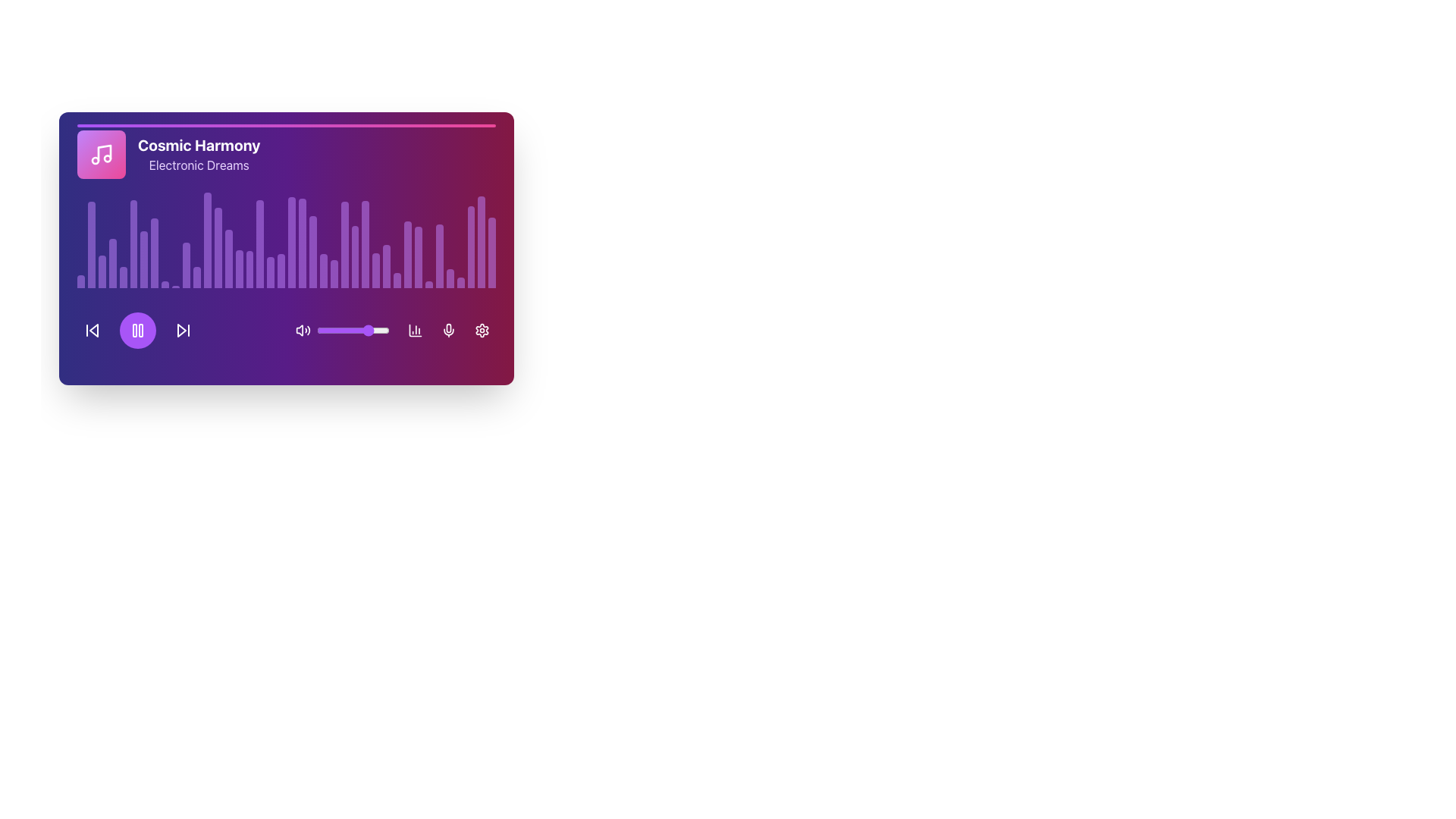  Describe the element at coordinates (449, 278) in the screenshot. I see `the 35th vertical bar in the sound equalizer interface, which represents the amplitude of a specific frequency band` at that location.